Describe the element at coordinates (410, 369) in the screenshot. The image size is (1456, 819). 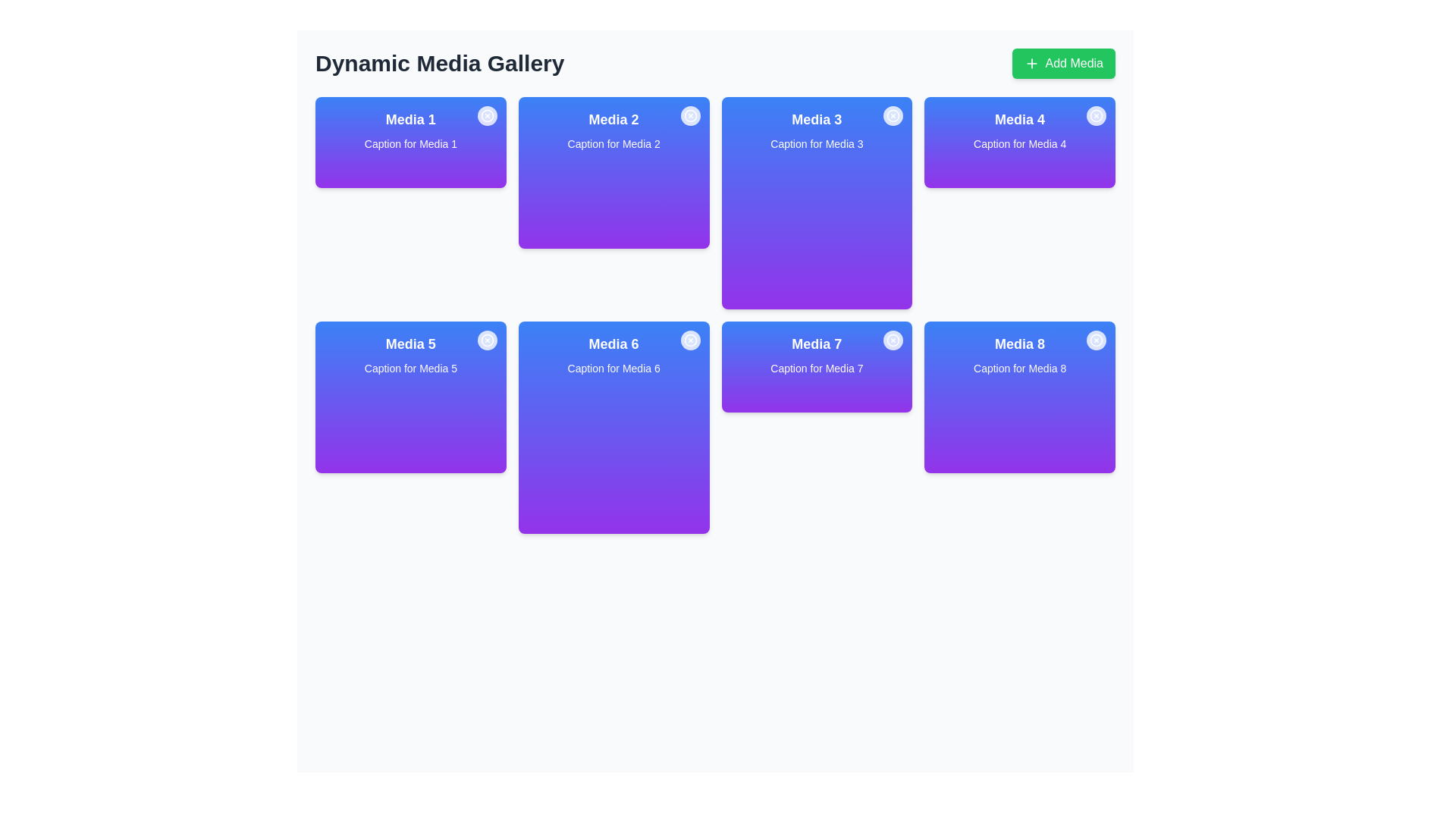
I see `the text label that serves as the descriptive caption for the 'Media 5' card, located in the second row, first column of the media gallery grid` at that location.